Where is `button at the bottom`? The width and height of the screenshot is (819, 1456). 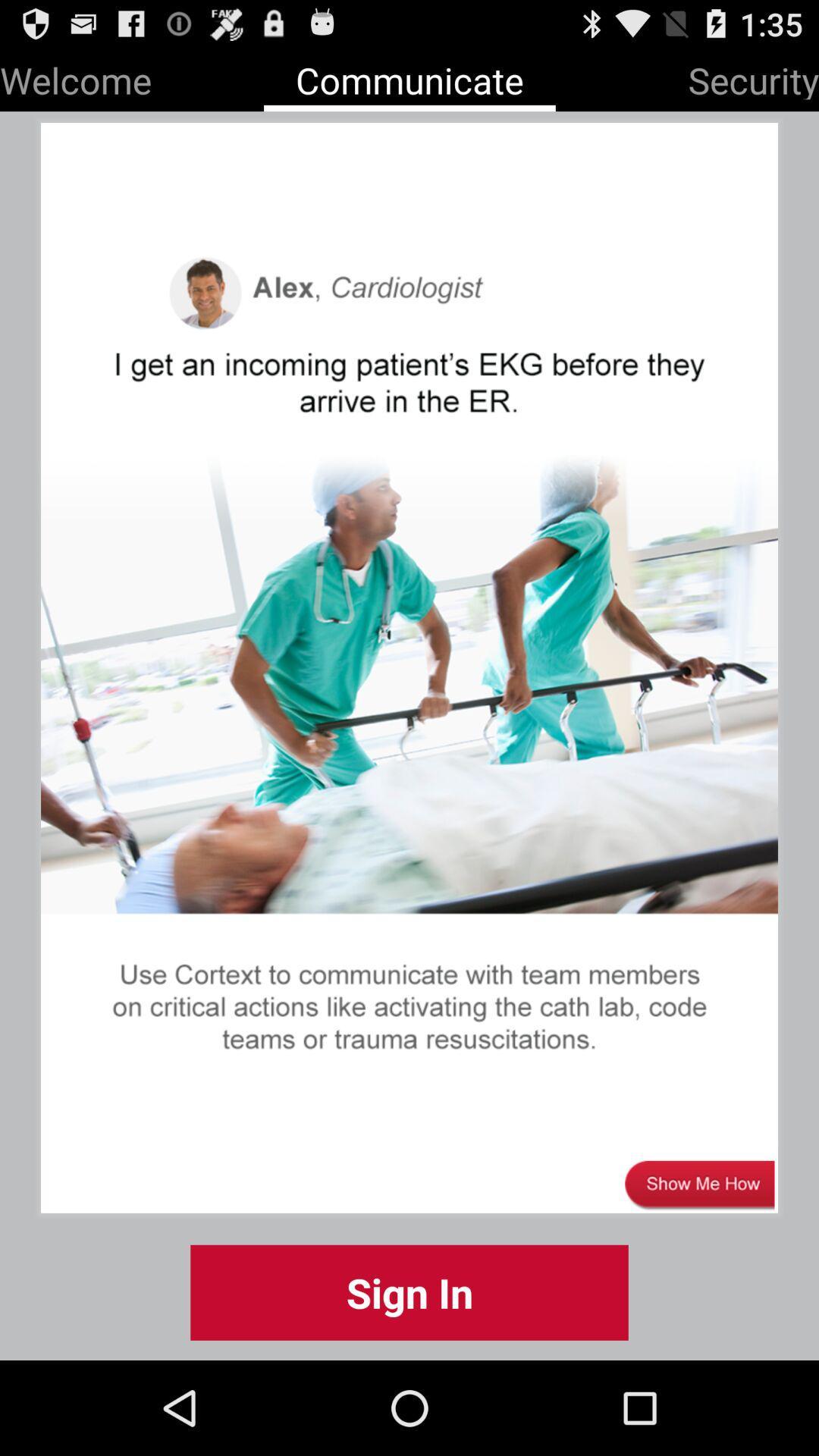
button at the bottom is located at coordinates (409, 1291).